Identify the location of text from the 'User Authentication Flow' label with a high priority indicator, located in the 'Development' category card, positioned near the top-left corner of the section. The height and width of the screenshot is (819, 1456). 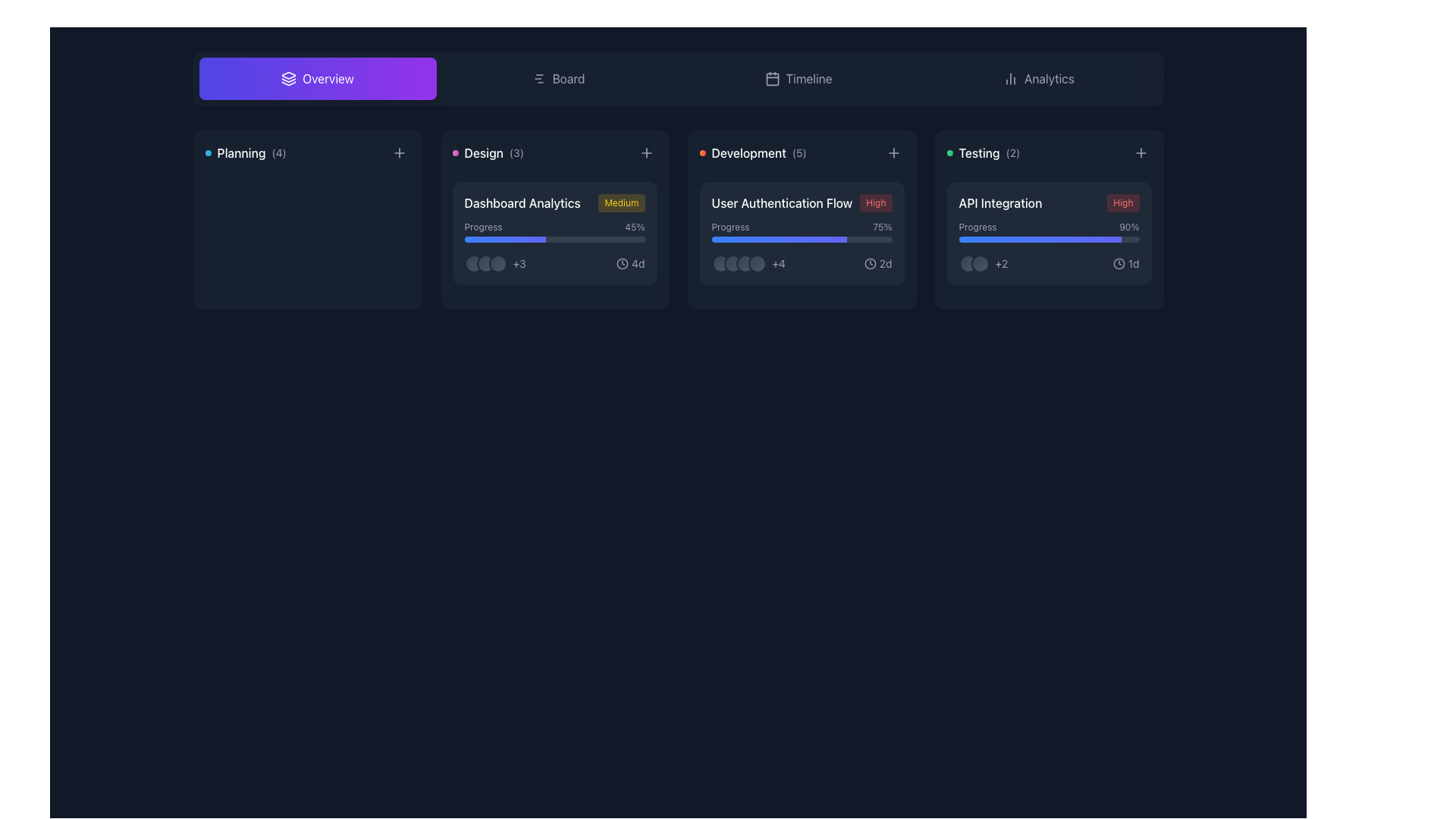
(801, 202).